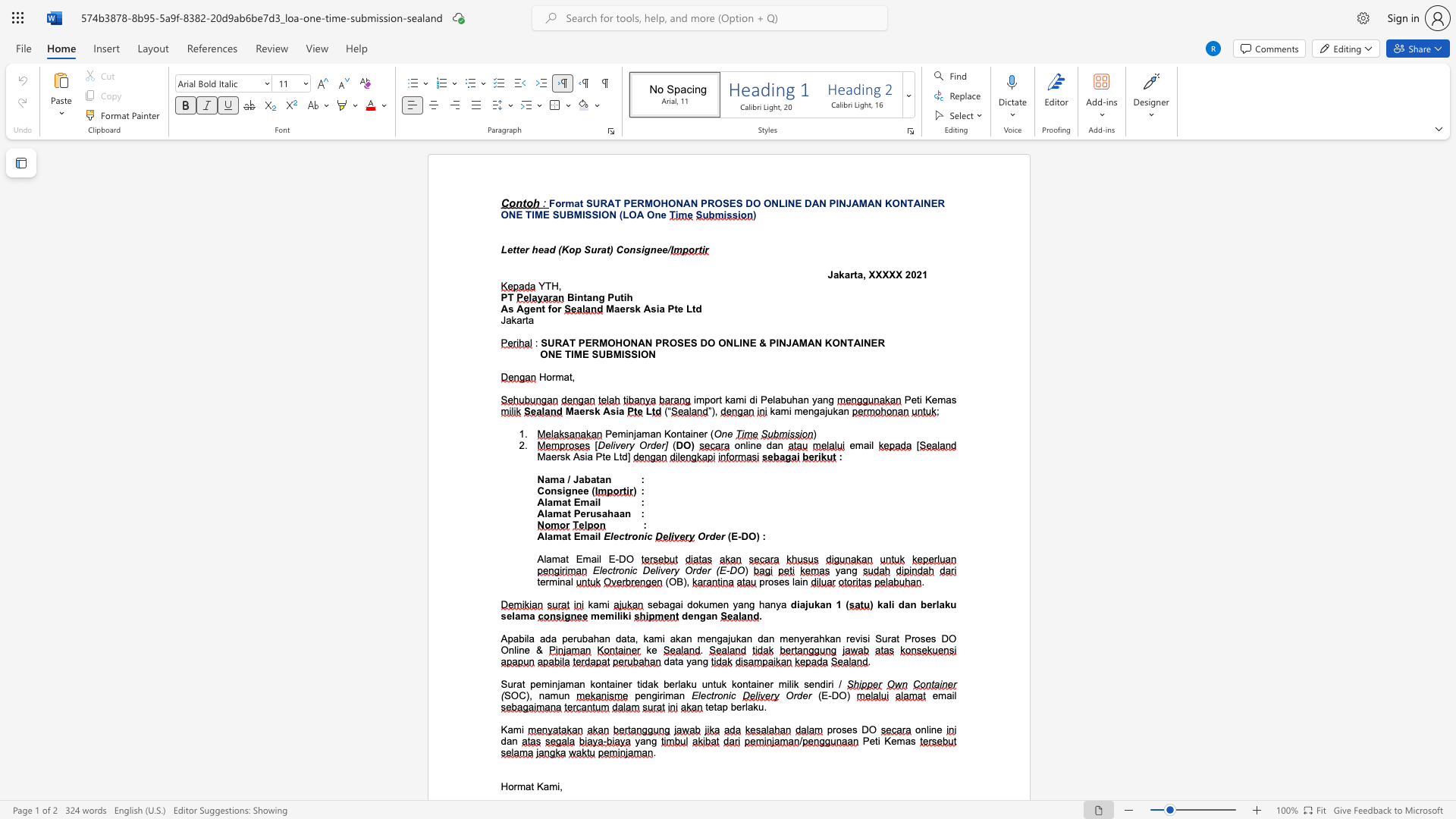 The height and width of the screenshot is (819, 1456). I want to click on the subset text "Asi" within the text "Maersk Asia Pte Ltd", so click(643, 308).